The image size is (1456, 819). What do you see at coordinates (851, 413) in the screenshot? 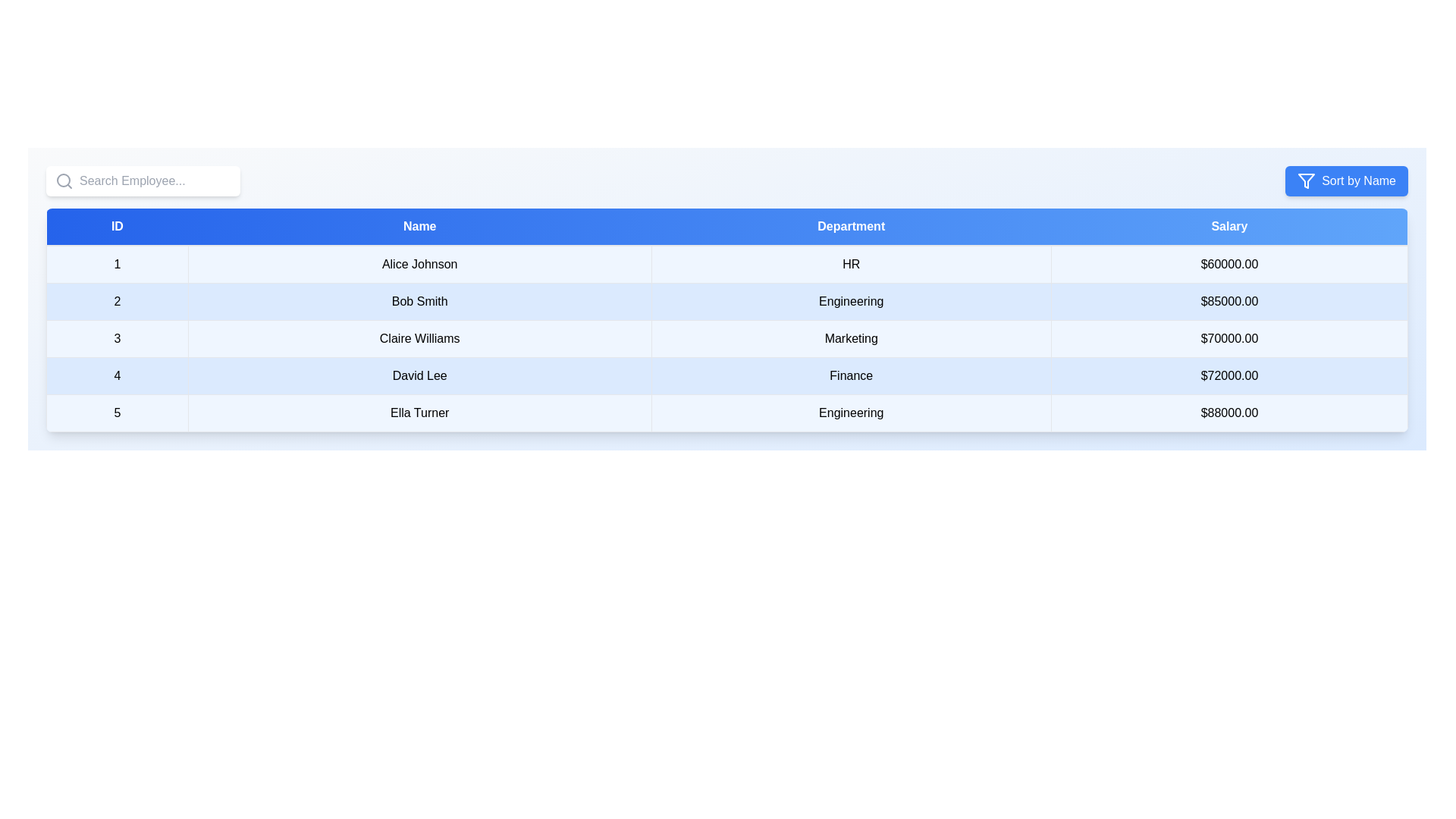
I see `the static text label displaying the department name for employee Ella Turner, located in the last row of the employee data table in the 'Department' column` at bounding box center [851, 413].